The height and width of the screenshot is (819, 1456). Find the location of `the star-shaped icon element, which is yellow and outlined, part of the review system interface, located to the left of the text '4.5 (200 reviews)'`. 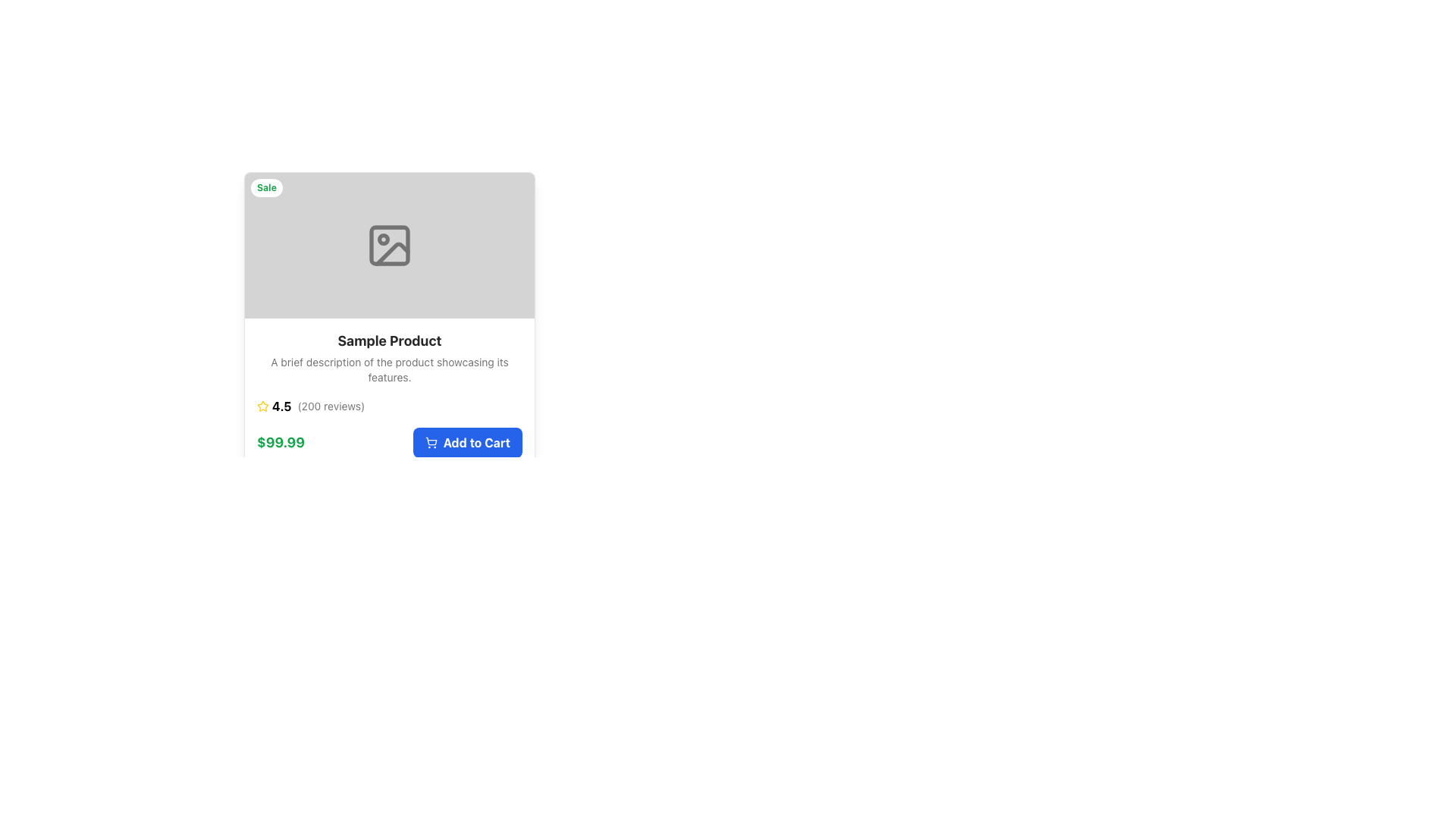

the star-shaped icon element, which is yellow and outlined, part of the review system interface, located to the left of the text '4.5 (200 reviews)' is located at coordinates (262, 406).